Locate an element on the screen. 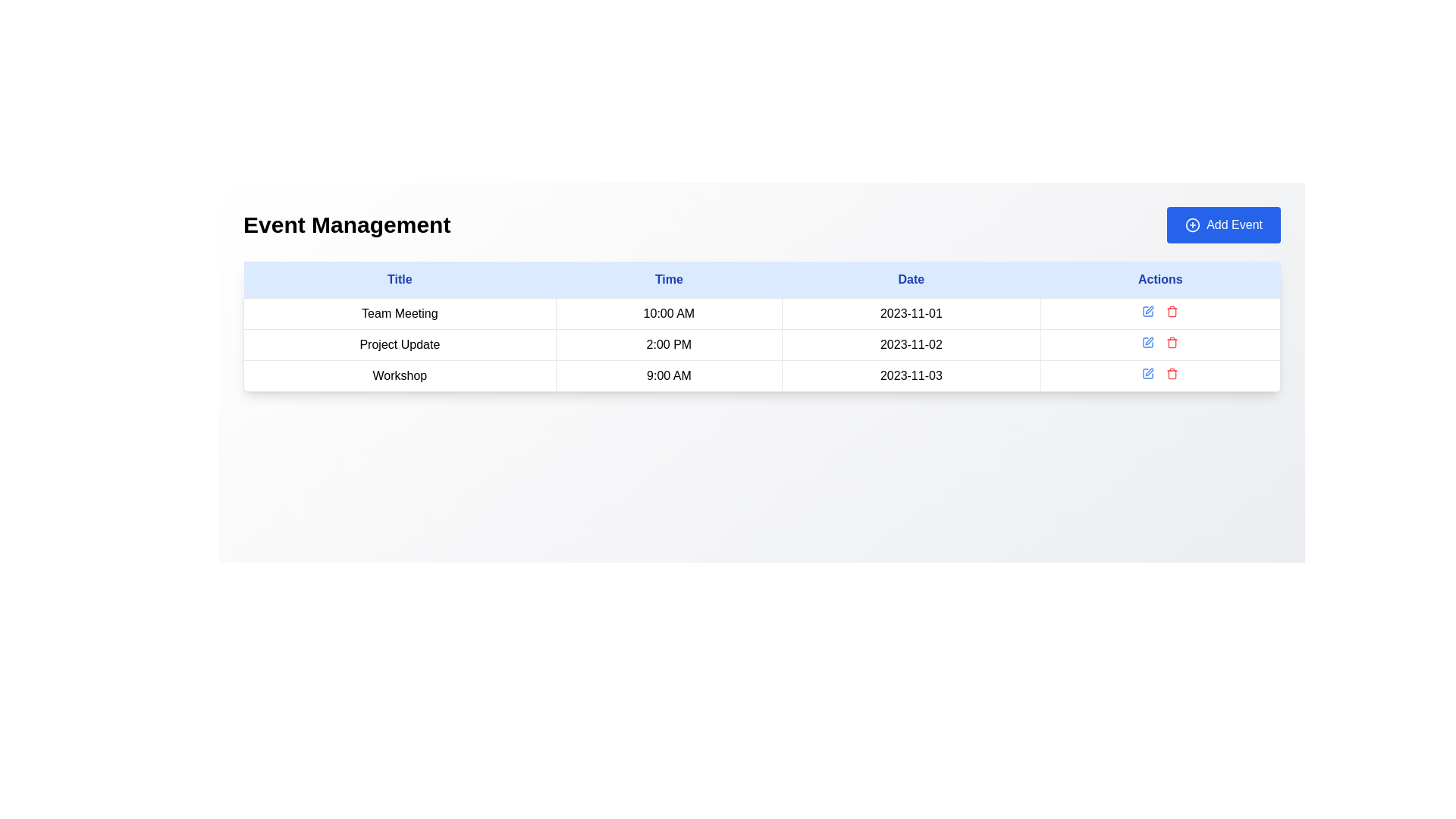 The image size is (1456, 819). the delete icon button located in the 'Actions' column of the third row in the table is located at coordinates (1172, 374).